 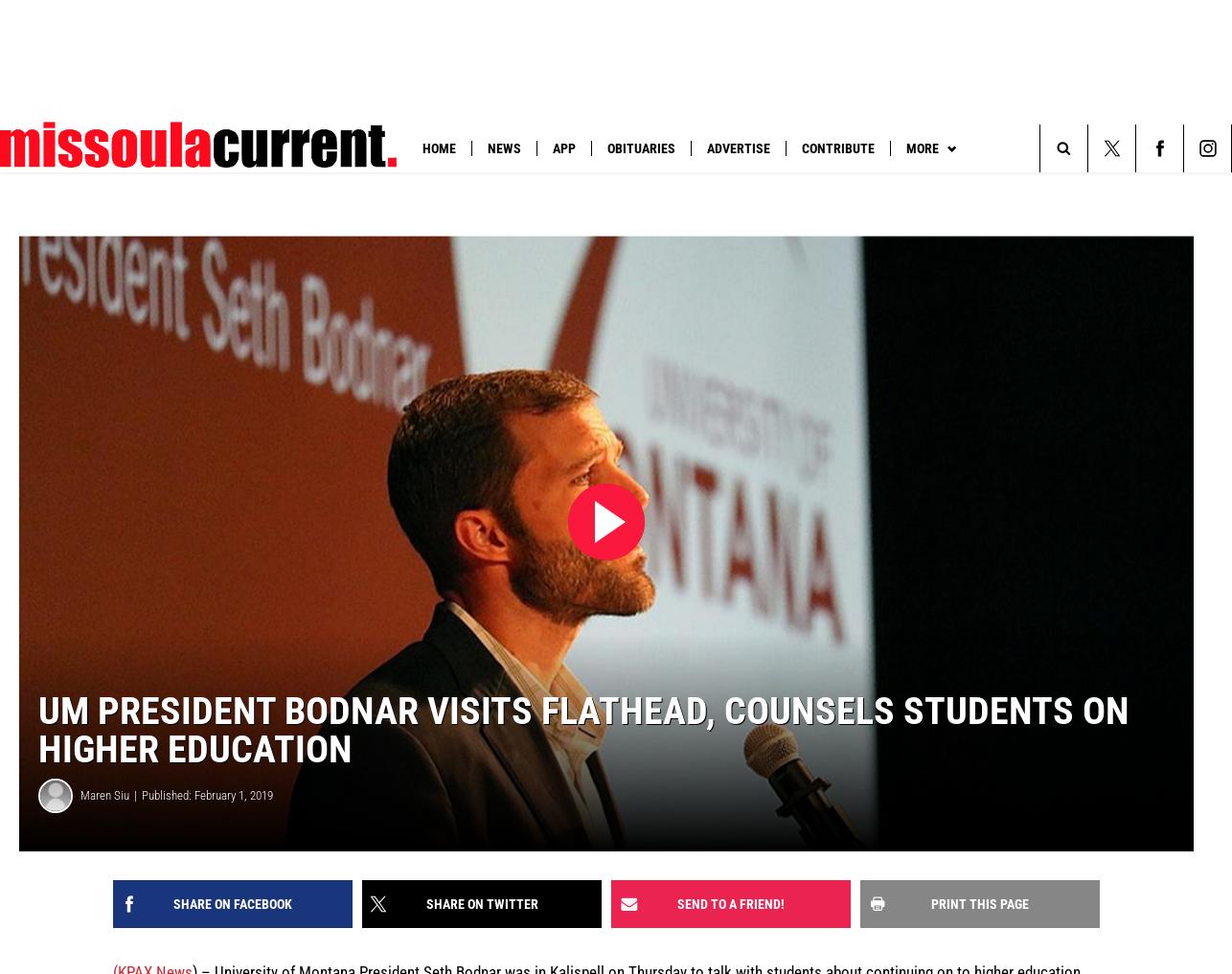 I want to click on 'Print this page', so click(x=929, y=902).